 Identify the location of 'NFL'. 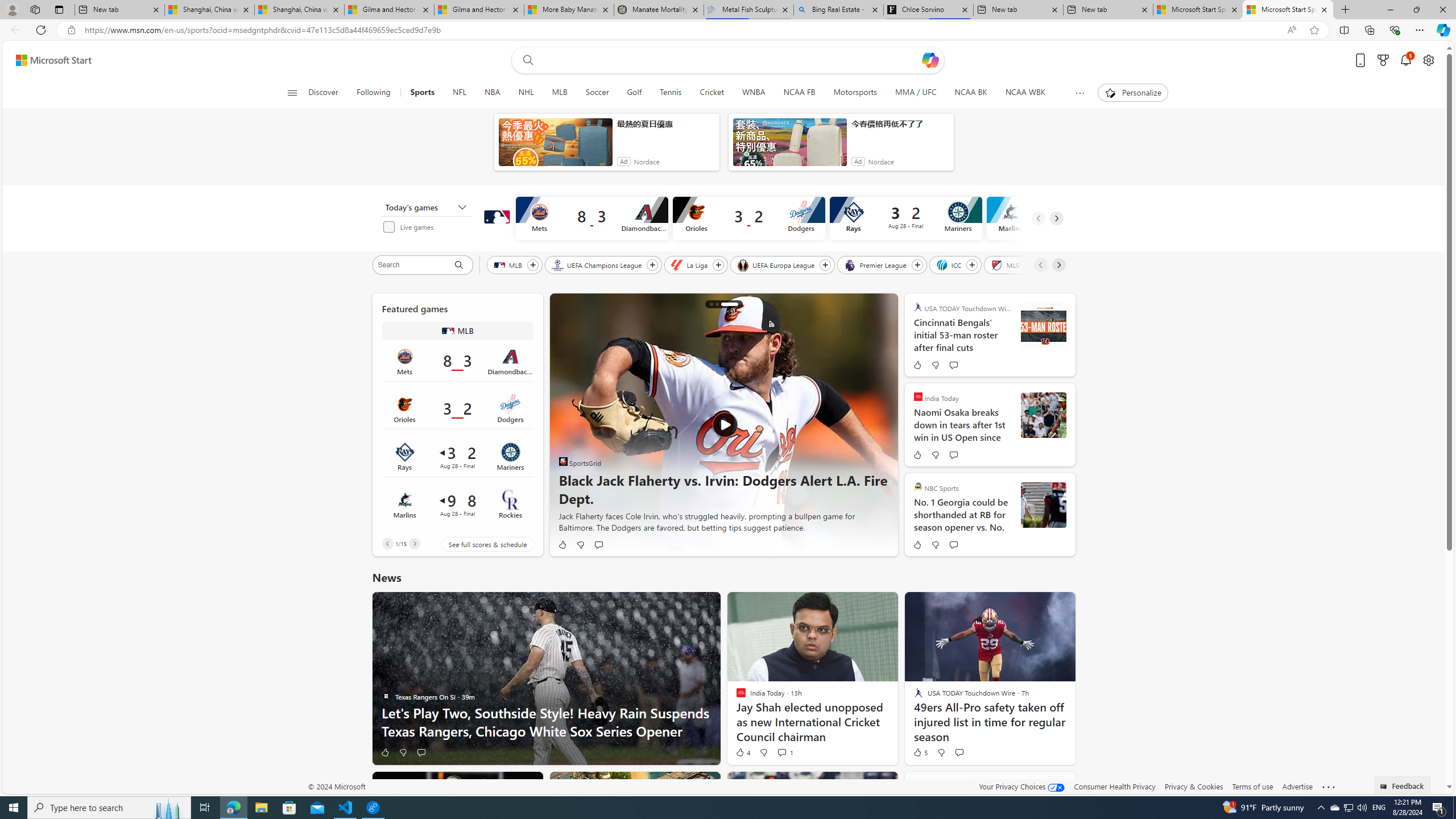
(459, 92).